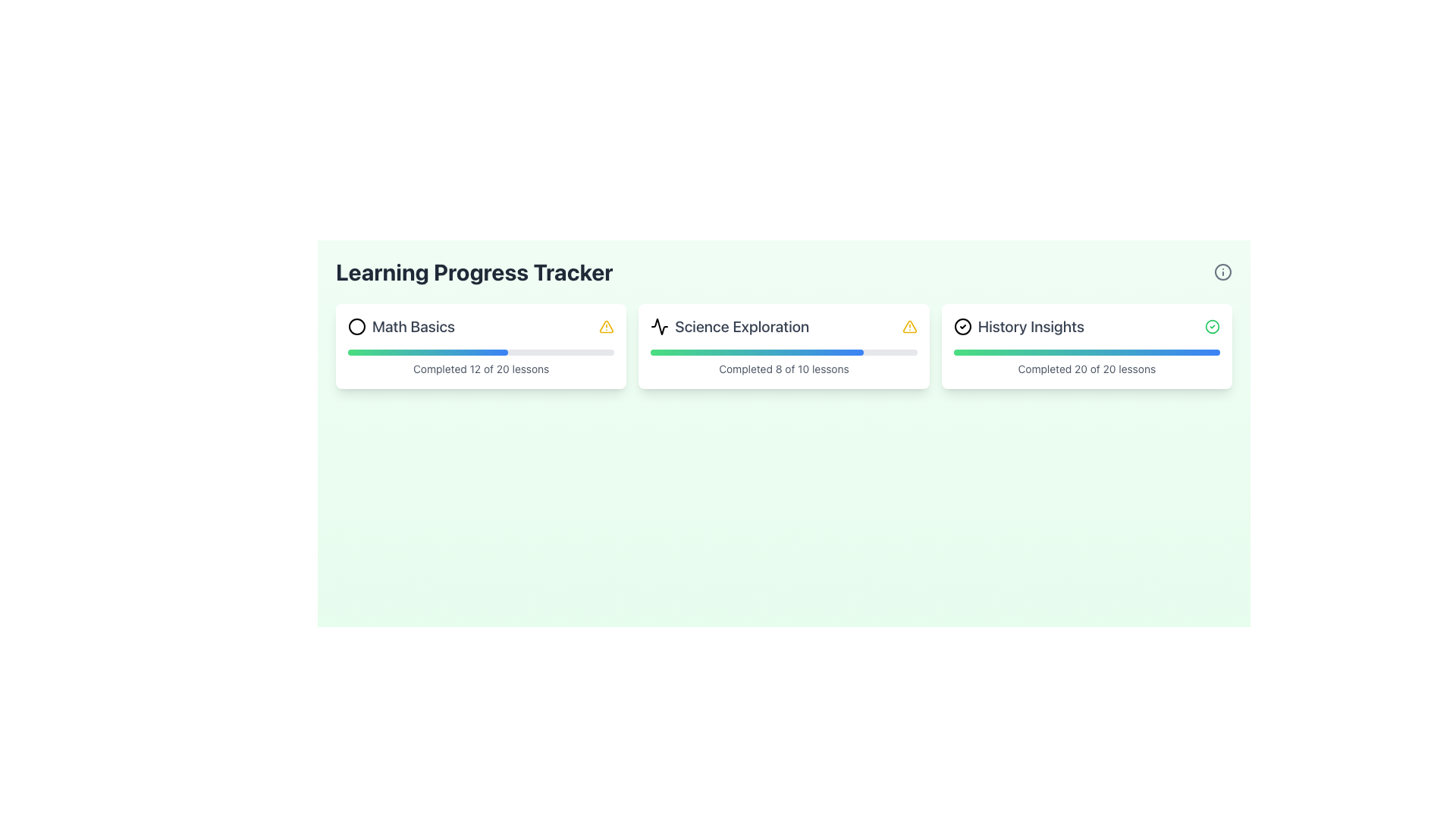 The height and width of the screenshot is (819, 1456). I want to click on information displayed in the Text Label that summarizes the user's progress in the 'History Insights' module, located below the progress bar in the lower section of the card, so click(1086, 369).